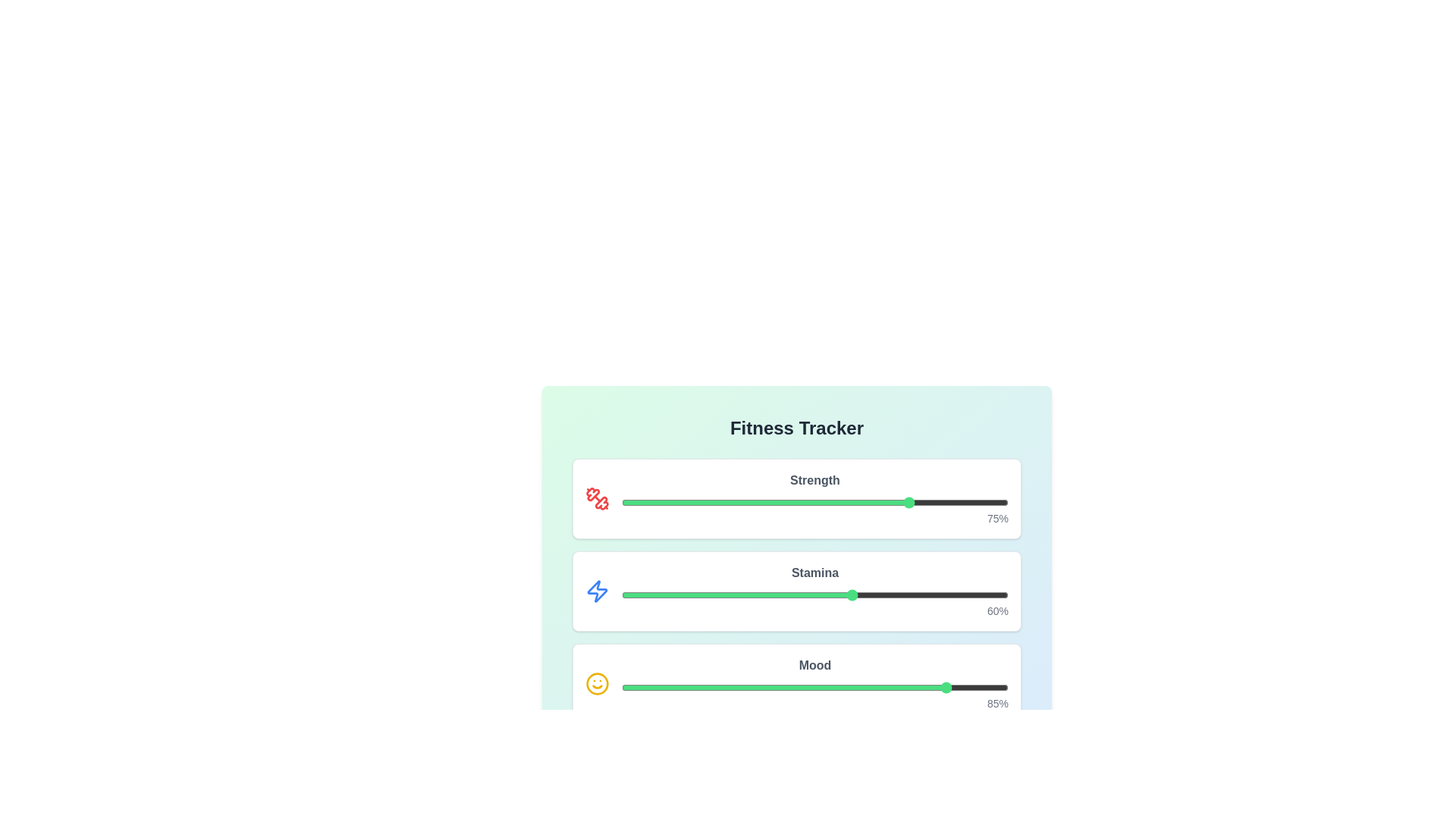 The height and width of the screenshot is (819, 1456). I want to click on the 'Stamina' slider to 40%, so click(776, 595).